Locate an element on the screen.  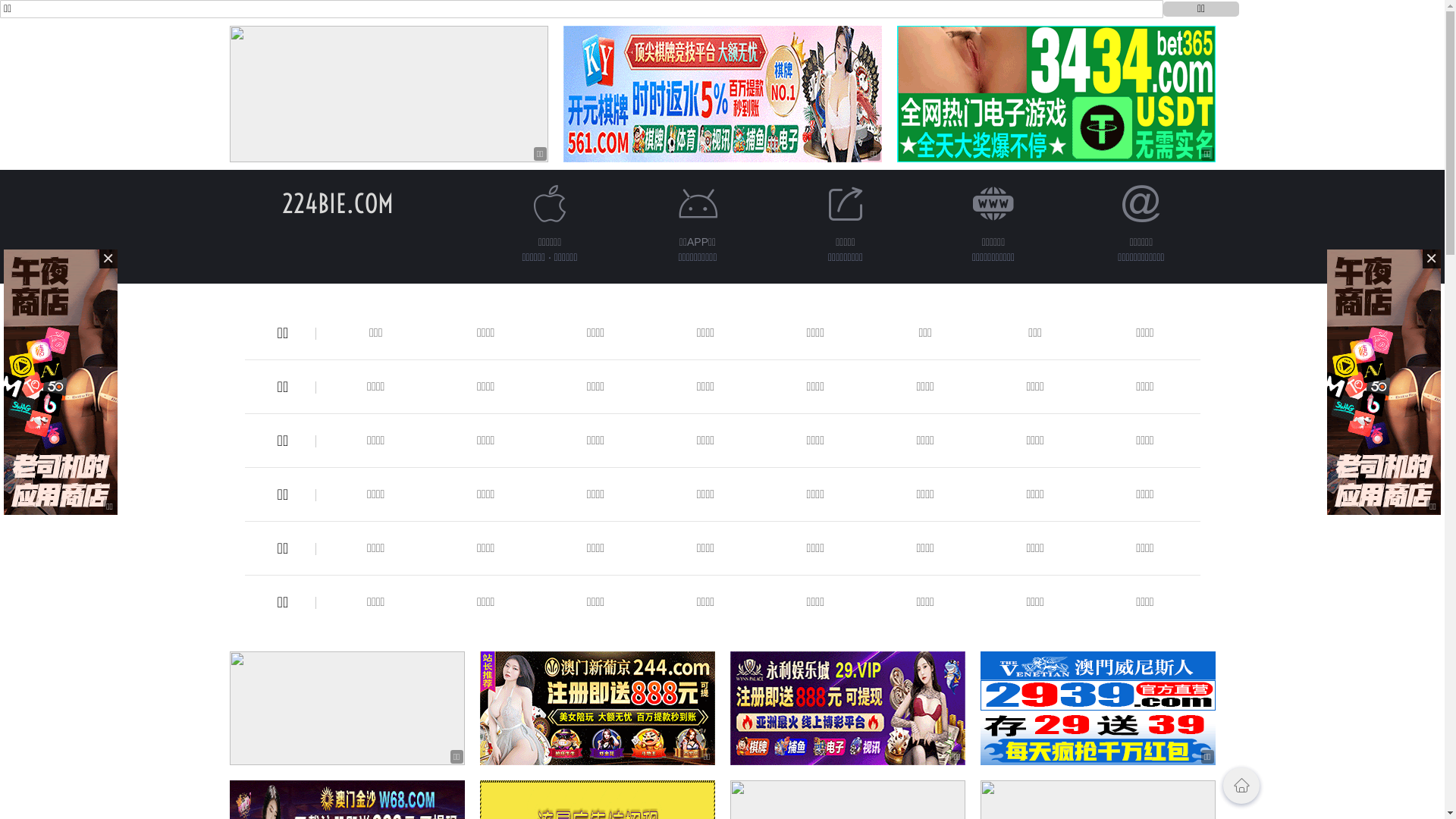
'224BIE.COM' is located at coordinates (337, 202).